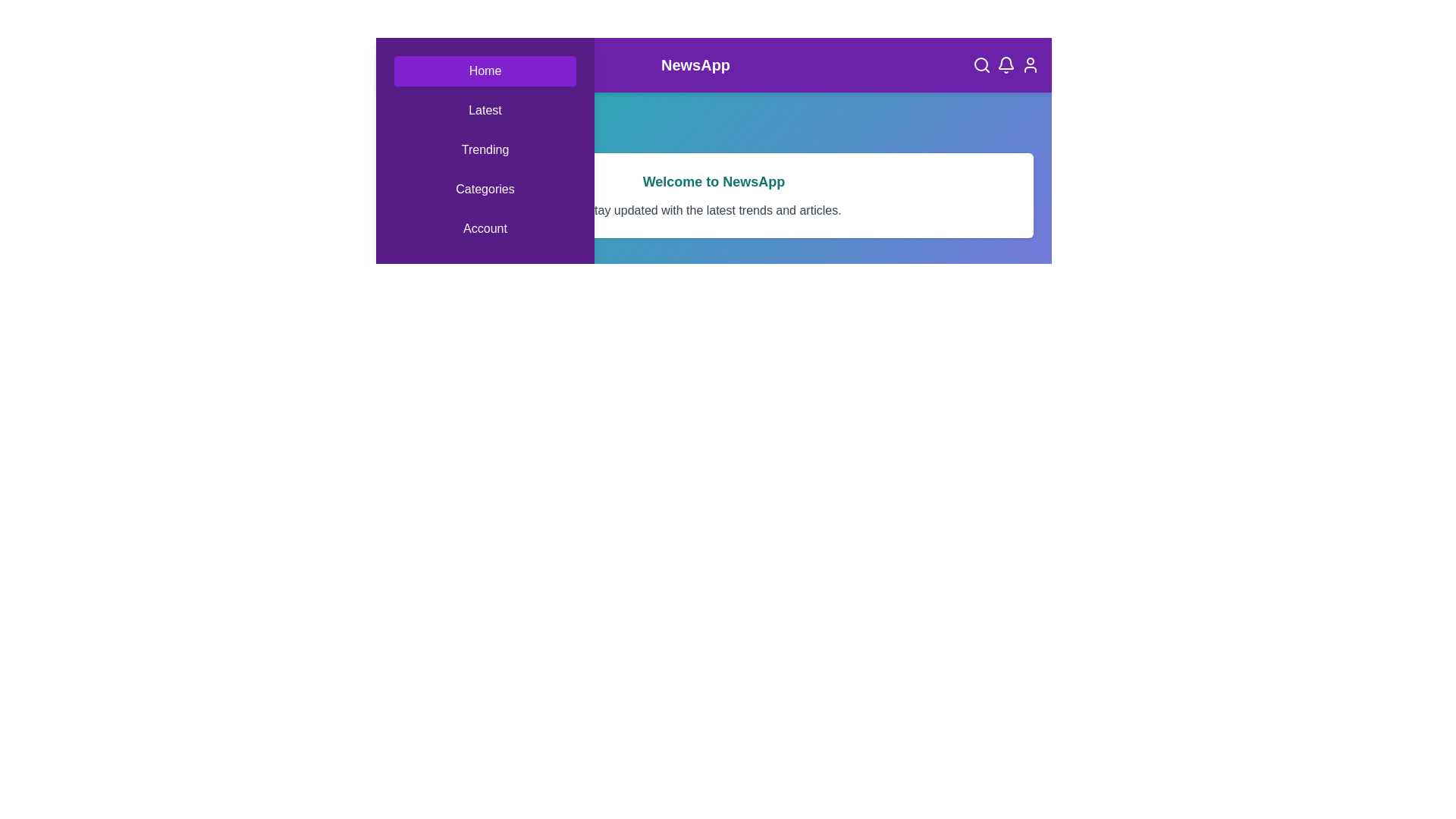  I want to click on the Categories navigation tab, so click(484, 189).